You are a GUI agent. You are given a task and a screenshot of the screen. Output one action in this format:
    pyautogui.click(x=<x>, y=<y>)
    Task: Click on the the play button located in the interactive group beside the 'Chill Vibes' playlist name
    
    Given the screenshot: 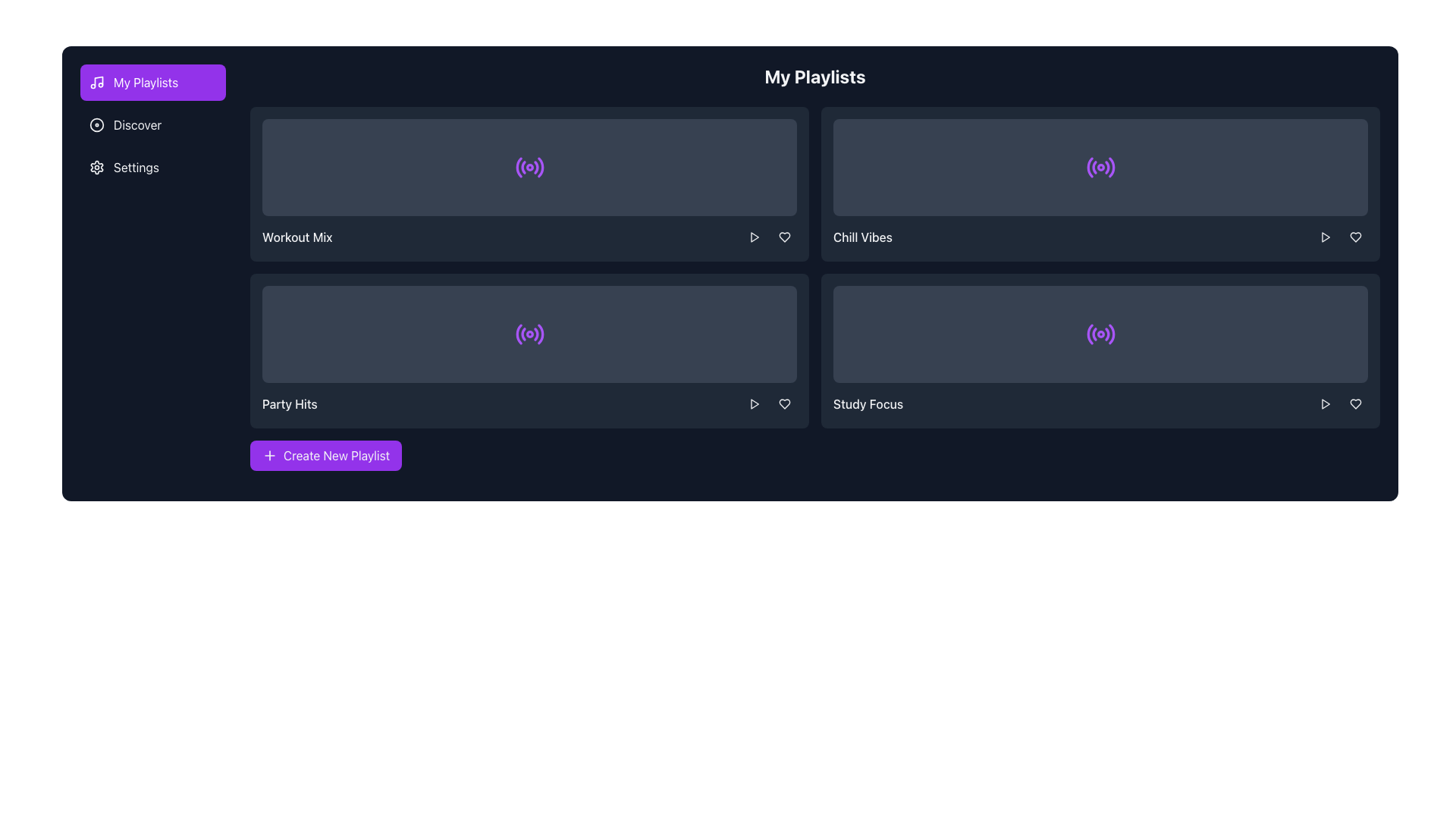 What is the action you would take?
    pyautogui.click(x=1340, y=237)
    